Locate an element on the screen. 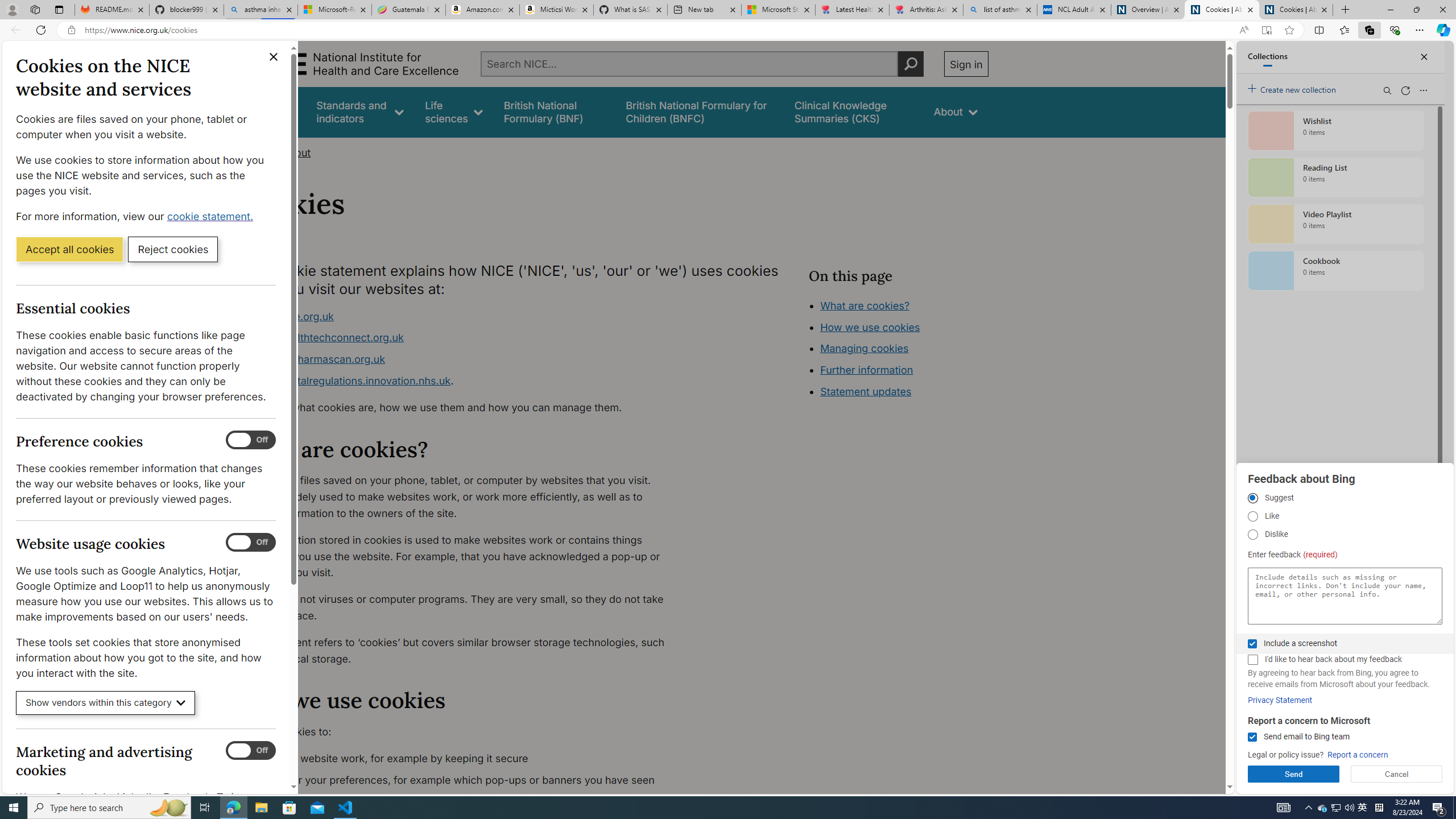  'Statement updates' is located at coordinates (864, 392).